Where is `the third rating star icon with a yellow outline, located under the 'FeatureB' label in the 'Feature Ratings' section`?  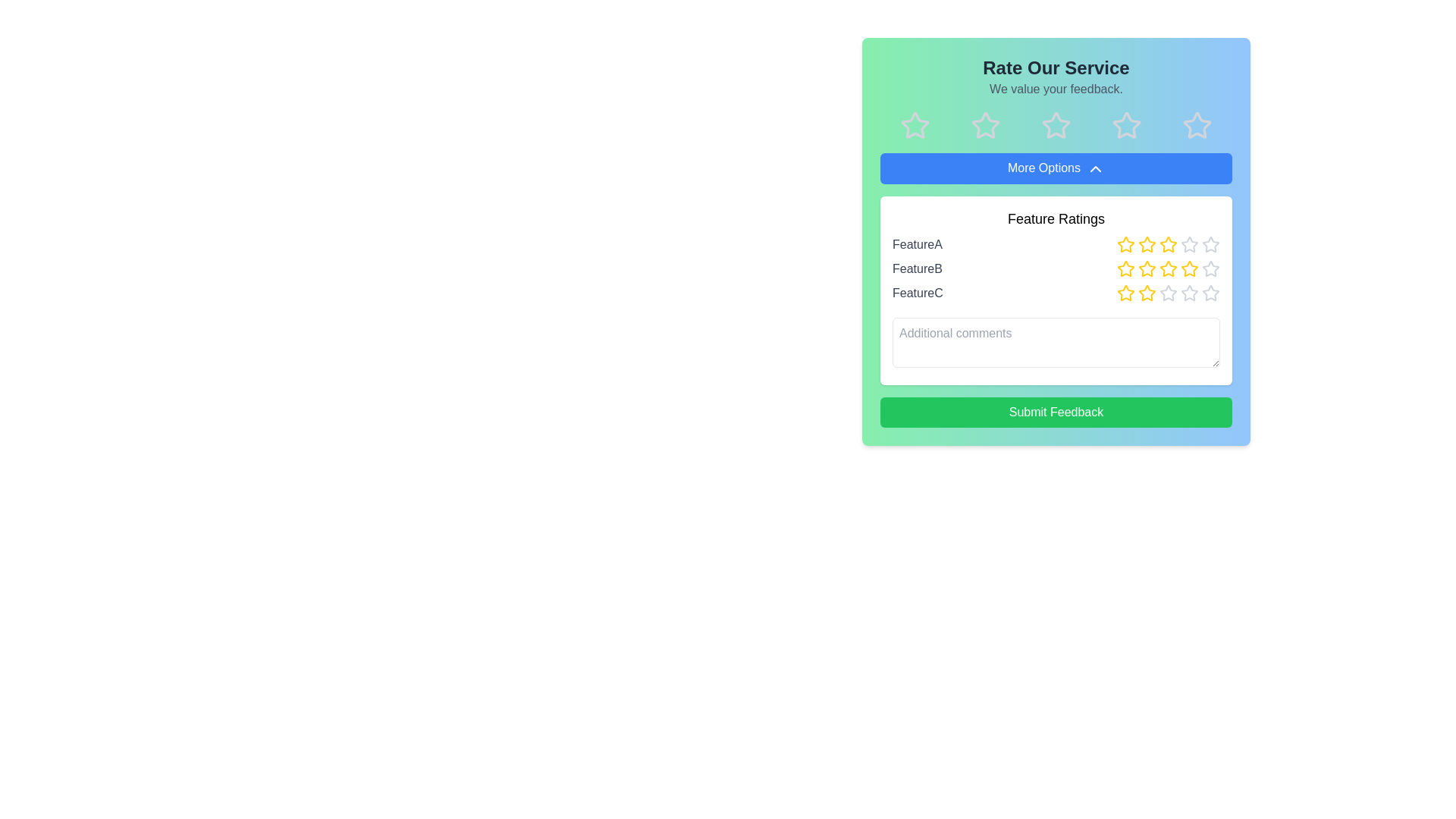
the third rating star icon with a yellow outline, located under the 'FeatureB' label in the 'Feature Ratings' section is located at coordinates (1167, 268).